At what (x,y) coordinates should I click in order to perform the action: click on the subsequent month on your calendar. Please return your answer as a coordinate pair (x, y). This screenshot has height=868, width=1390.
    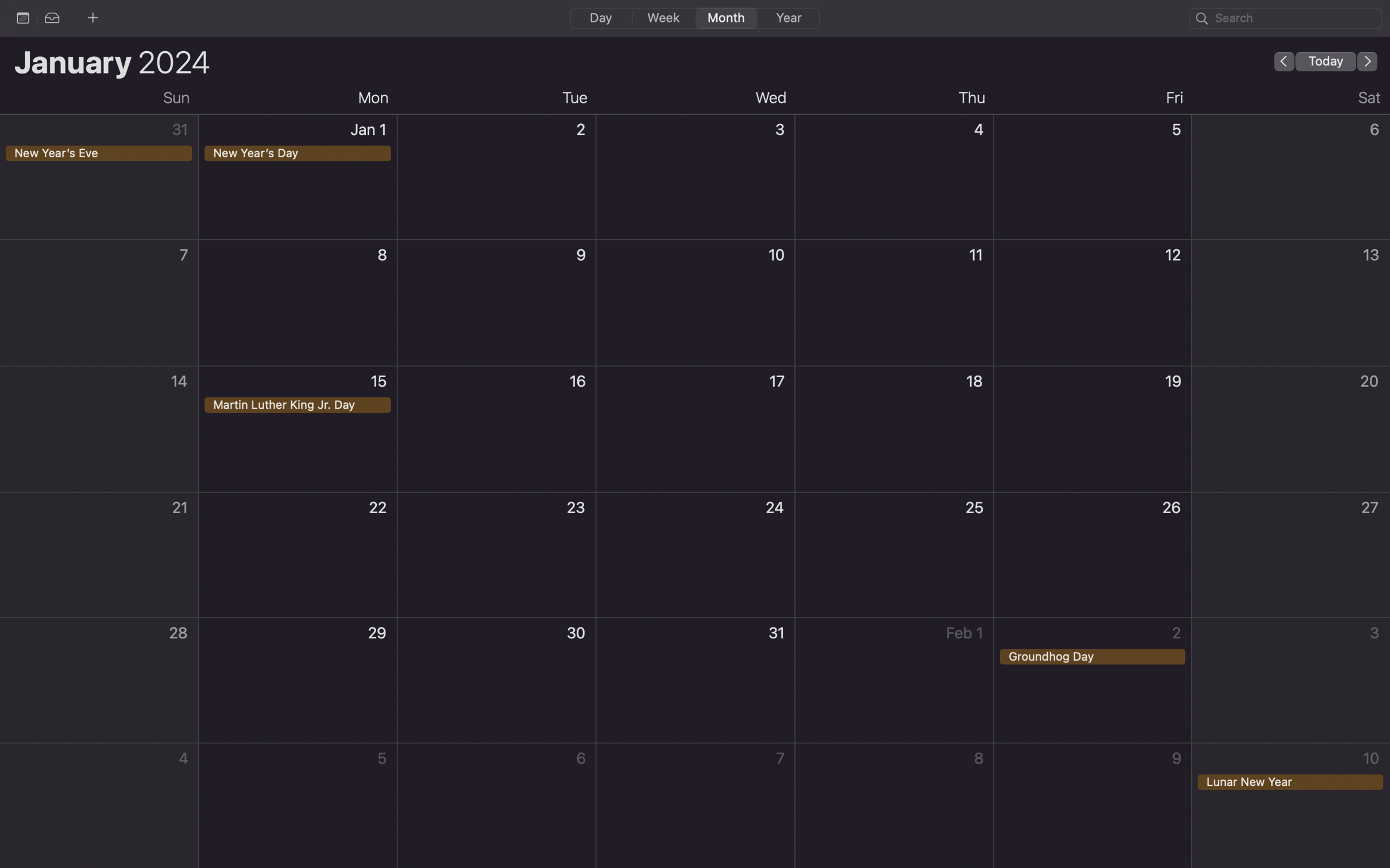
    Looking at the image, I should click on (1368, 60).